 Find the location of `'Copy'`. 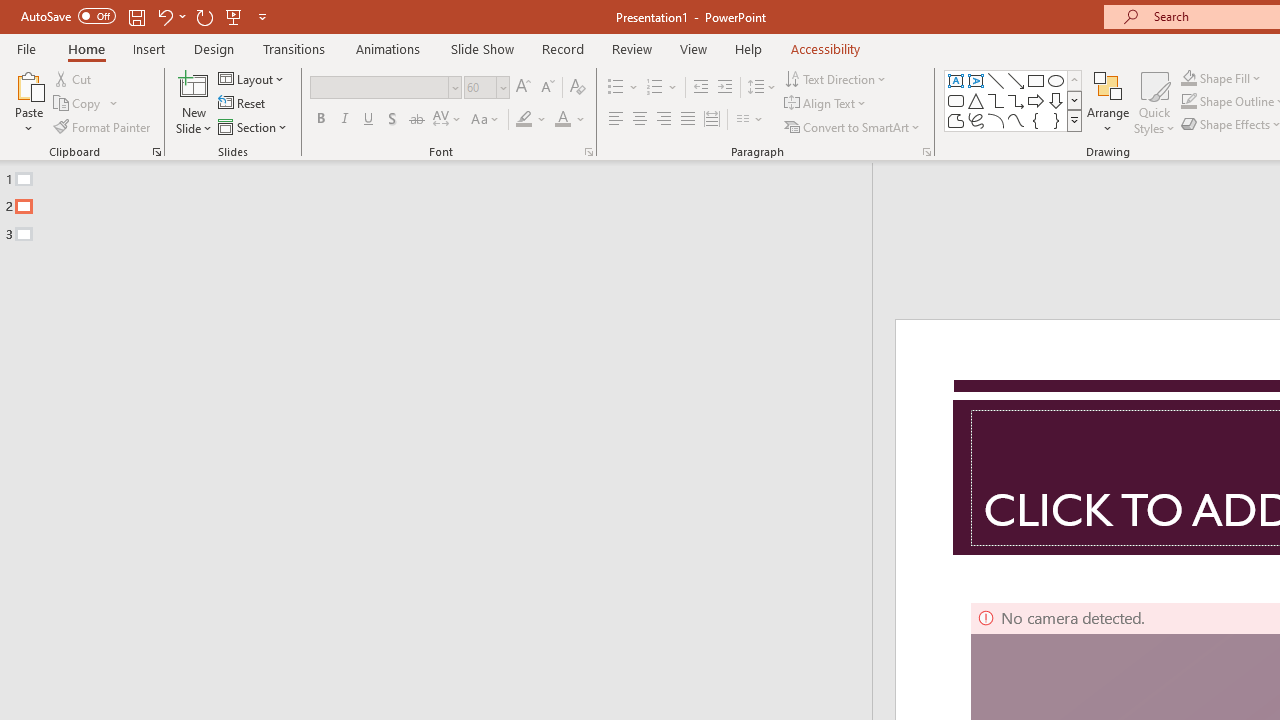

'Copy' is located at coordinates (85, 103).